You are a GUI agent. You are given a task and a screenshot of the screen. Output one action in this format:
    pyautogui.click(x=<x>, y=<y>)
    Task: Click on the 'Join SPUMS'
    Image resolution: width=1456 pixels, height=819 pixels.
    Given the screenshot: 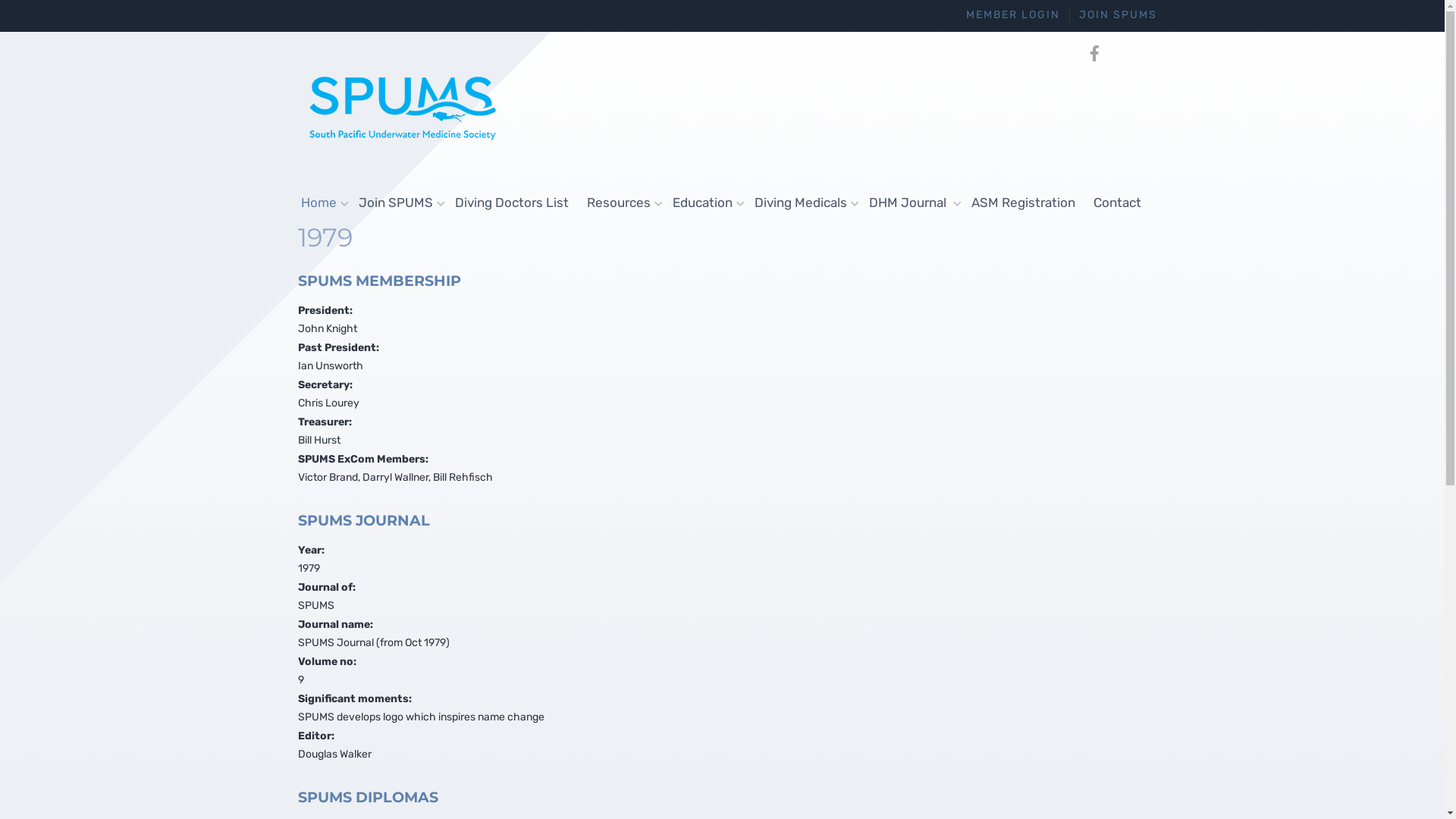 What is the action you would take?
    pyautogui.click(x=397, y=202)
    